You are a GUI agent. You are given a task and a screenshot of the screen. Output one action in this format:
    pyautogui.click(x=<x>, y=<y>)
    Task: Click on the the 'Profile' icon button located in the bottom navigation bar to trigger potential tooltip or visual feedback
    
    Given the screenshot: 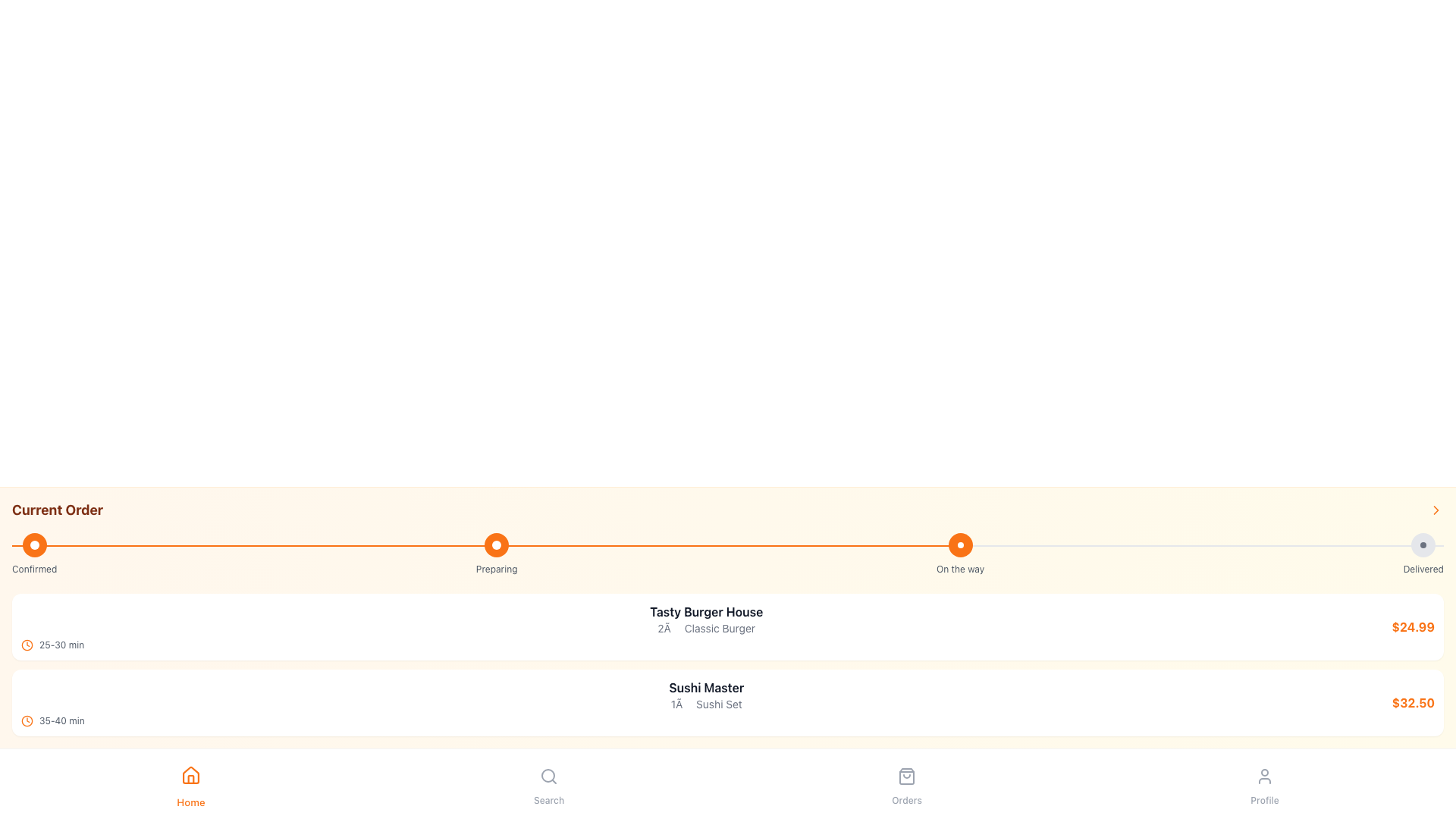 What is the action you would take?
    pyautogui.click(x=1265, y=776)
    